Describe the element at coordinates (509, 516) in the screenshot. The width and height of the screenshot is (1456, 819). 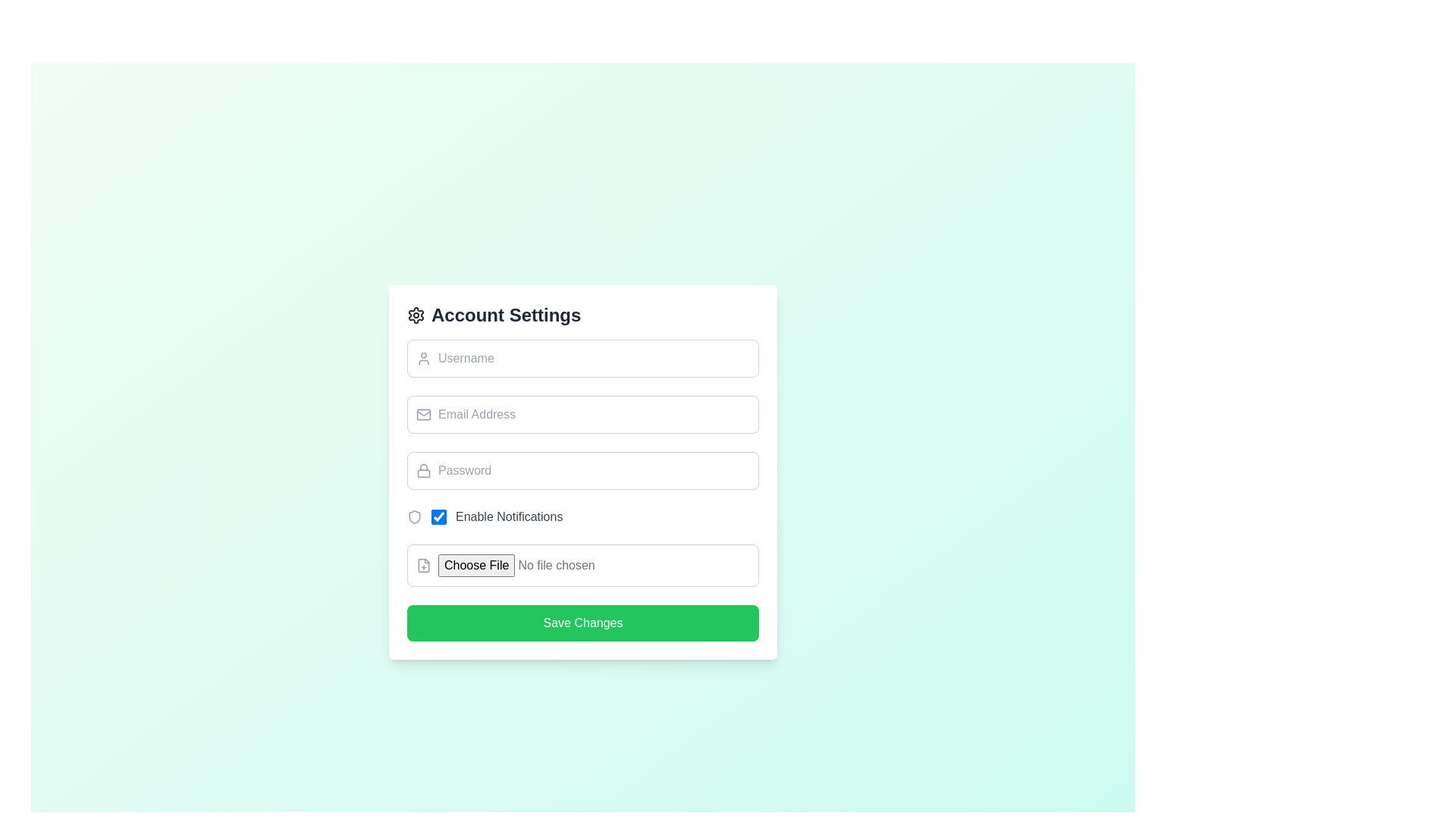
I see `text label displaying 'Enable Notifications' which is styled with a gray font color and located next to a checkbox in the account settings section` at that location.